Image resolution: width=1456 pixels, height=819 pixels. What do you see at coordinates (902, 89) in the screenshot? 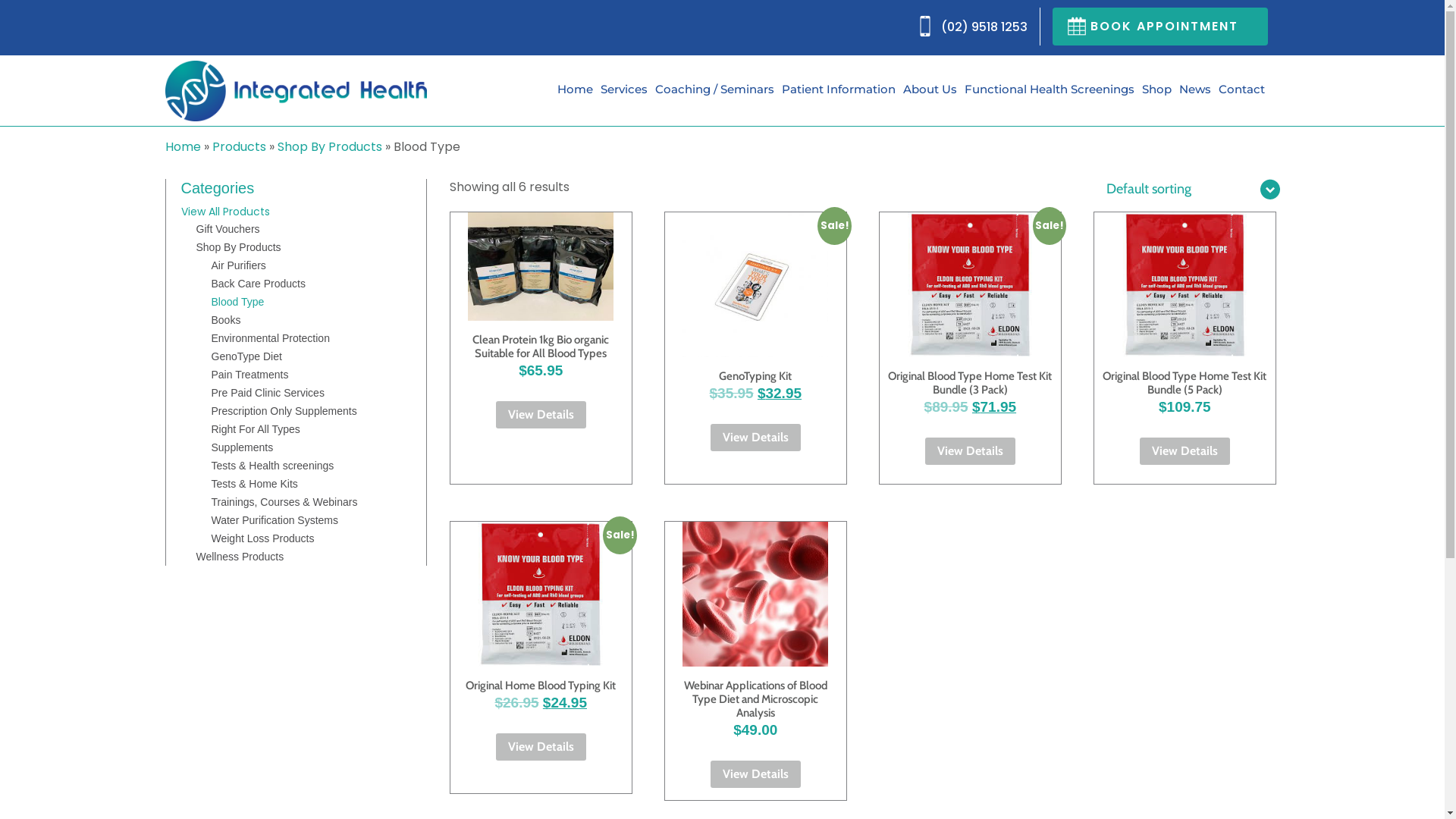
I see `'About Us'` at bounding box center [902, 89].